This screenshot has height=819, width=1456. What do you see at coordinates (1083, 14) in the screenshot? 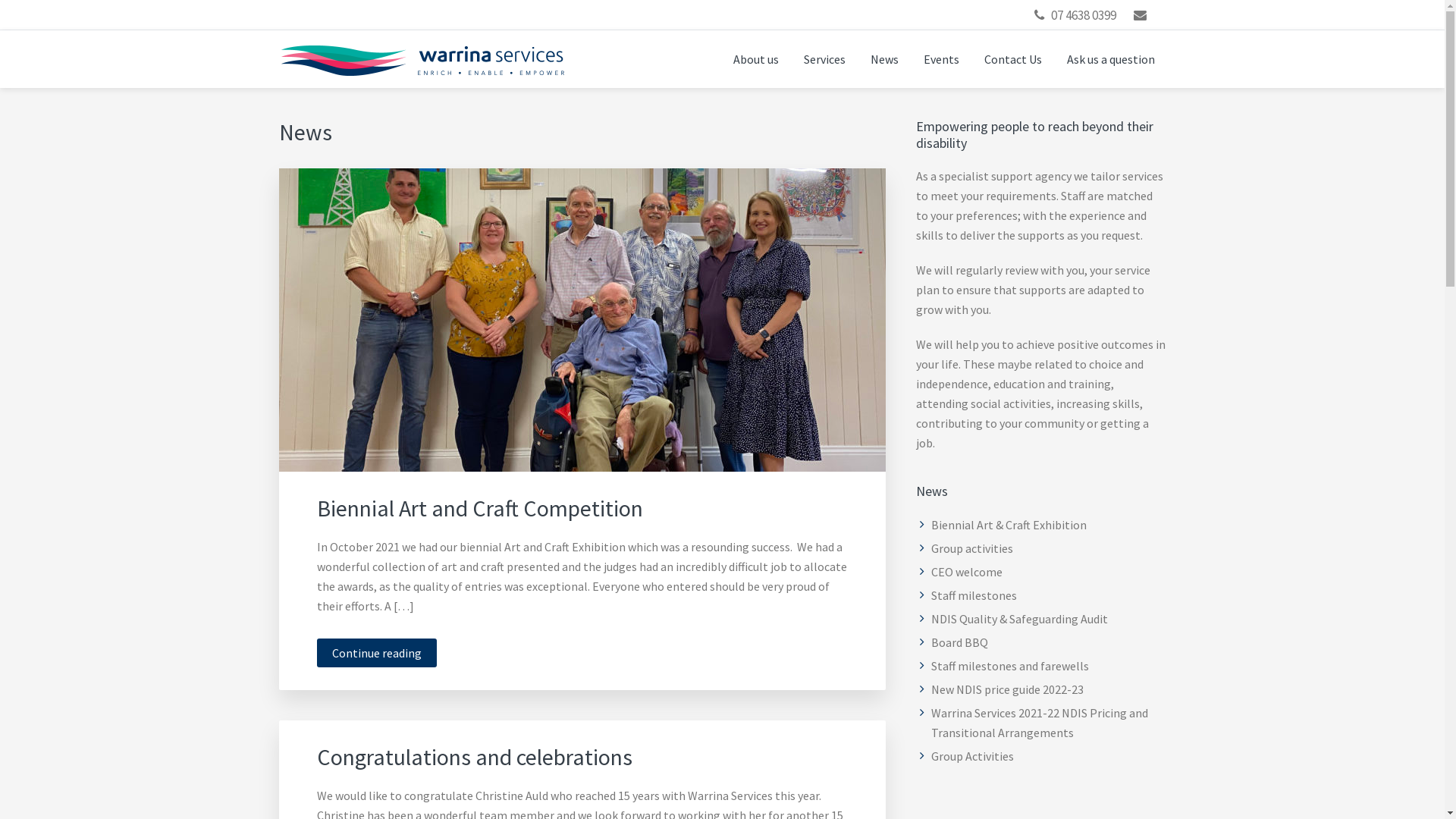
I see `'07 4638 0399'` at bounding box center [1083, 14].